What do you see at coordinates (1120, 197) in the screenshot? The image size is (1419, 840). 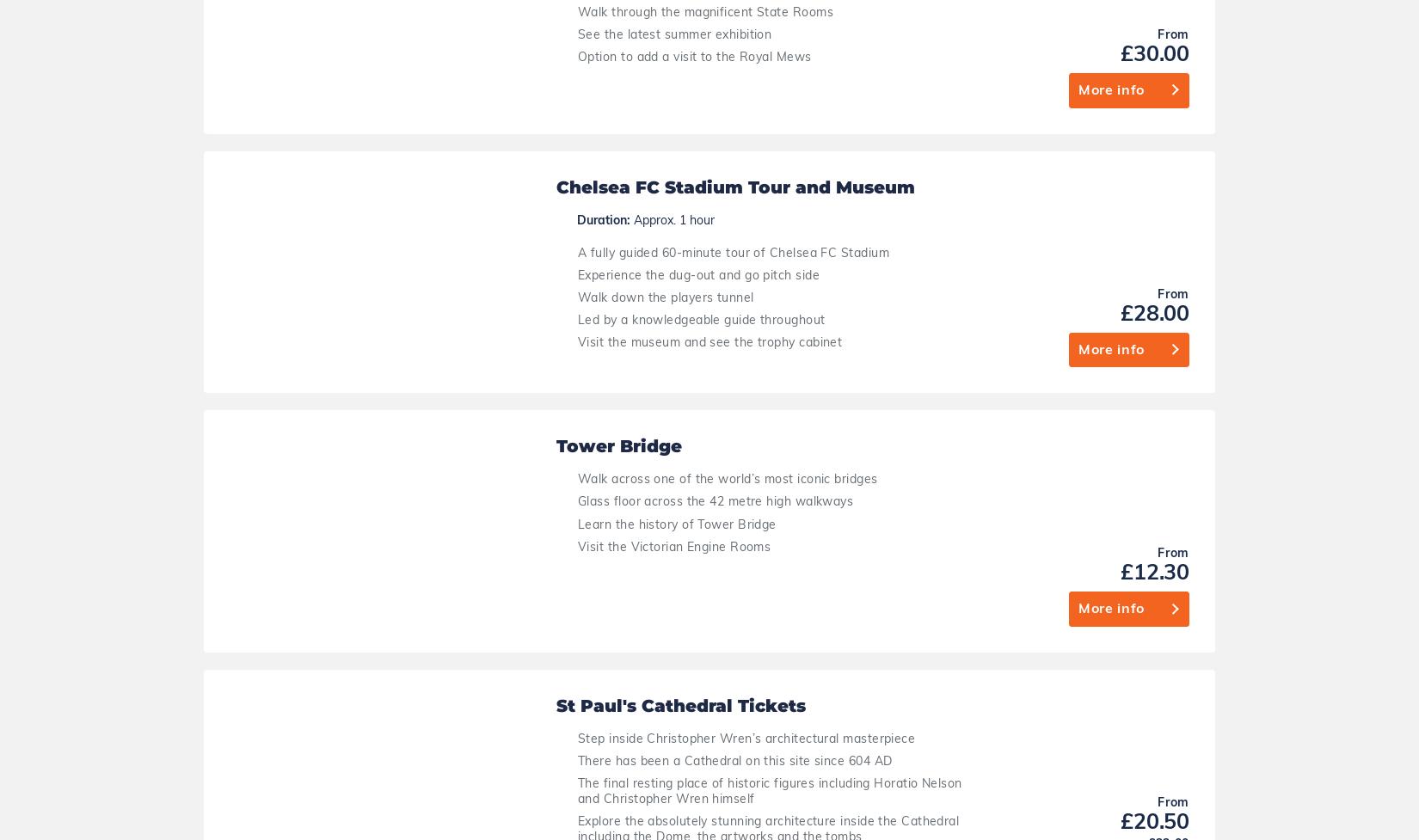 I see `'£20.50'` at bounding box center [1120, 197].